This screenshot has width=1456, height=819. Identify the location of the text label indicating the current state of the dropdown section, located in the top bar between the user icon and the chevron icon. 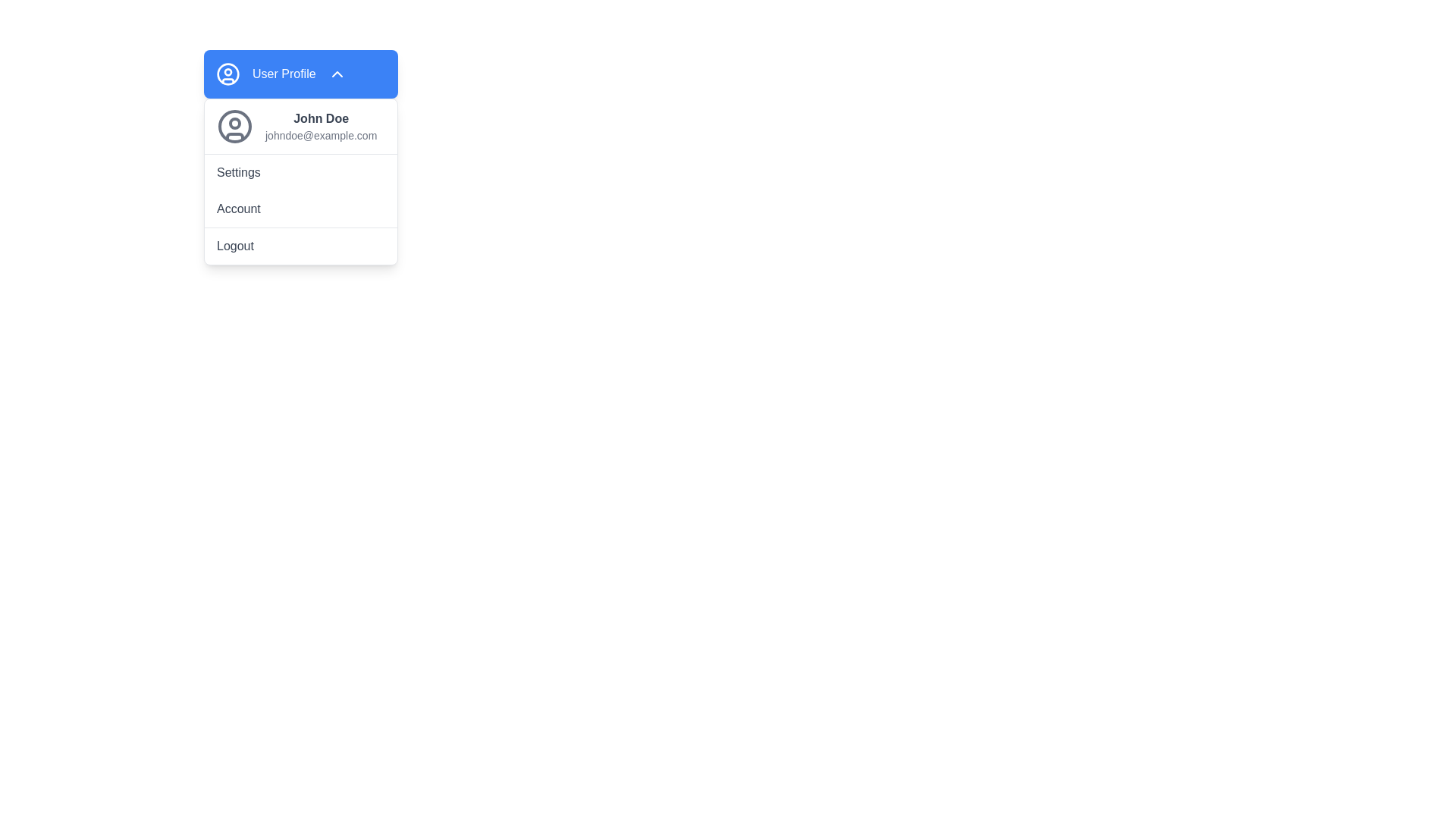
(284, 74).